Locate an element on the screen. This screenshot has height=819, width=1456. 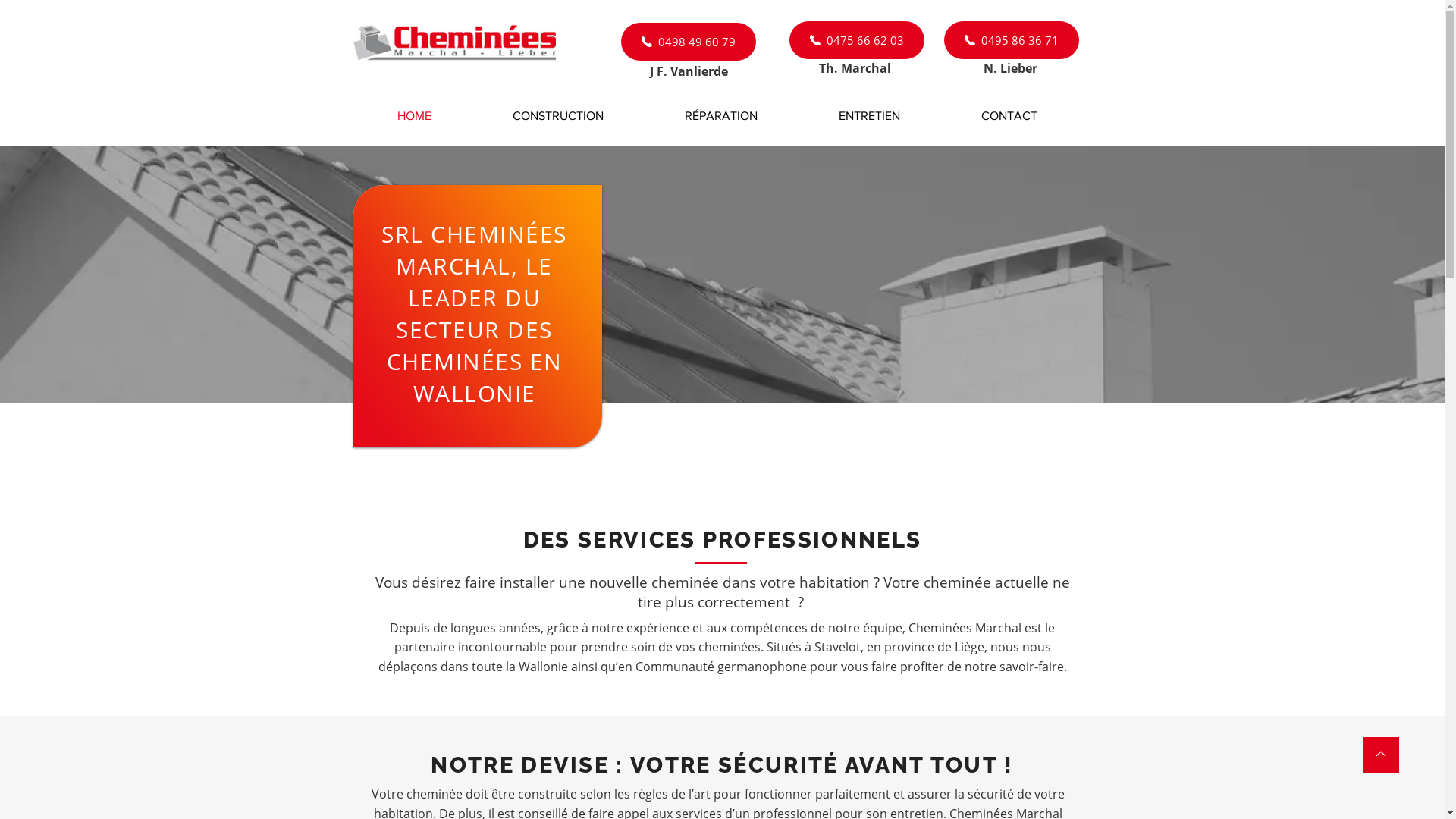
'0498 49 60 79' is located at coordinates (687, 40).